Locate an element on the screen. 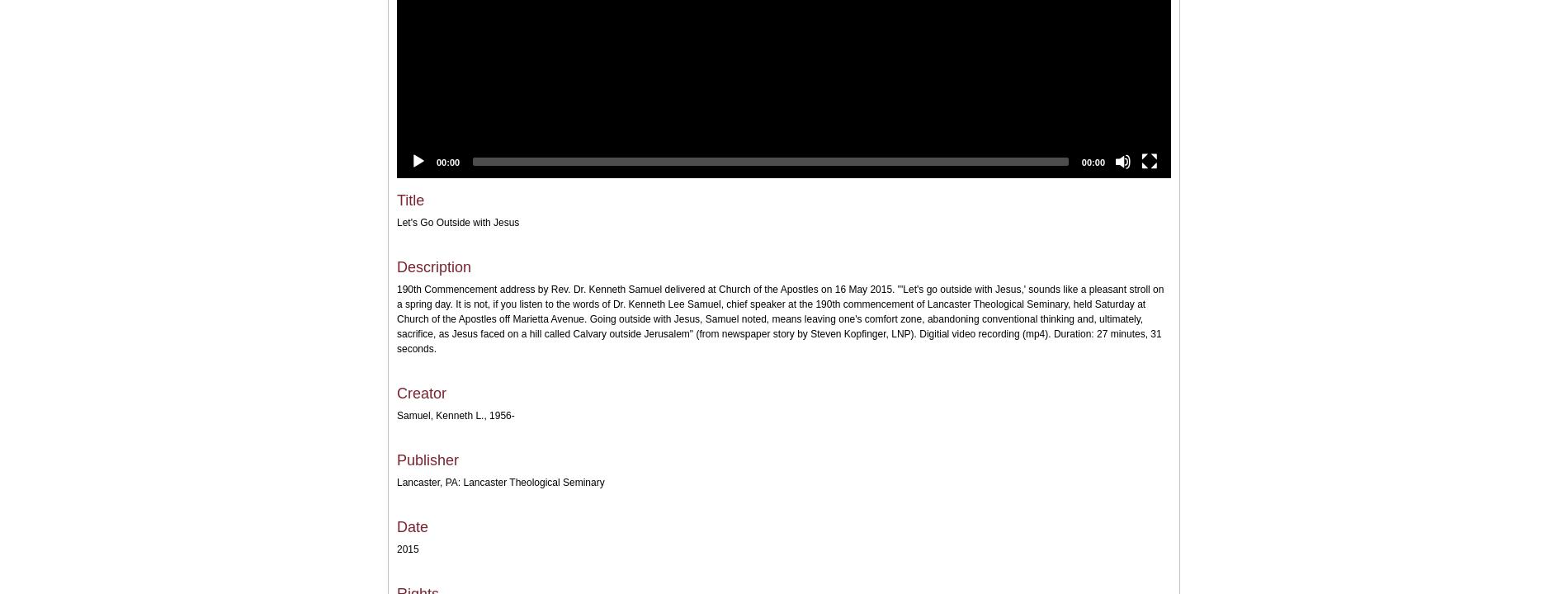  '190th Commencement address by Rev. Dr. Kenneth Samuel delivered at Church of the Apostles on 16 May 2015. "'Let's go outside with Jesus,' sounds like a pleasant stroll on a spring day. It is not, if you listen to the words of Dr. Kenneth Lee Samuel, chief speaker at the 190th commencement of Lancaster Theological Seminary, held Saturday at Church of the Apostles off Marietta Avenue. Going outside with Jesus, Samuel noted, means leaving one's comfort zone, abandoning conventional thinking and, ultimately, sacrifice, as Jesus faced on a hill called Calvary outside Jerusalem" (from newspaper story by Steven Kopfinger, LNP). Digitial video recording (mp4). Duration: 27 minutes, 31 seconds.' is located at coordinates (779, 319).